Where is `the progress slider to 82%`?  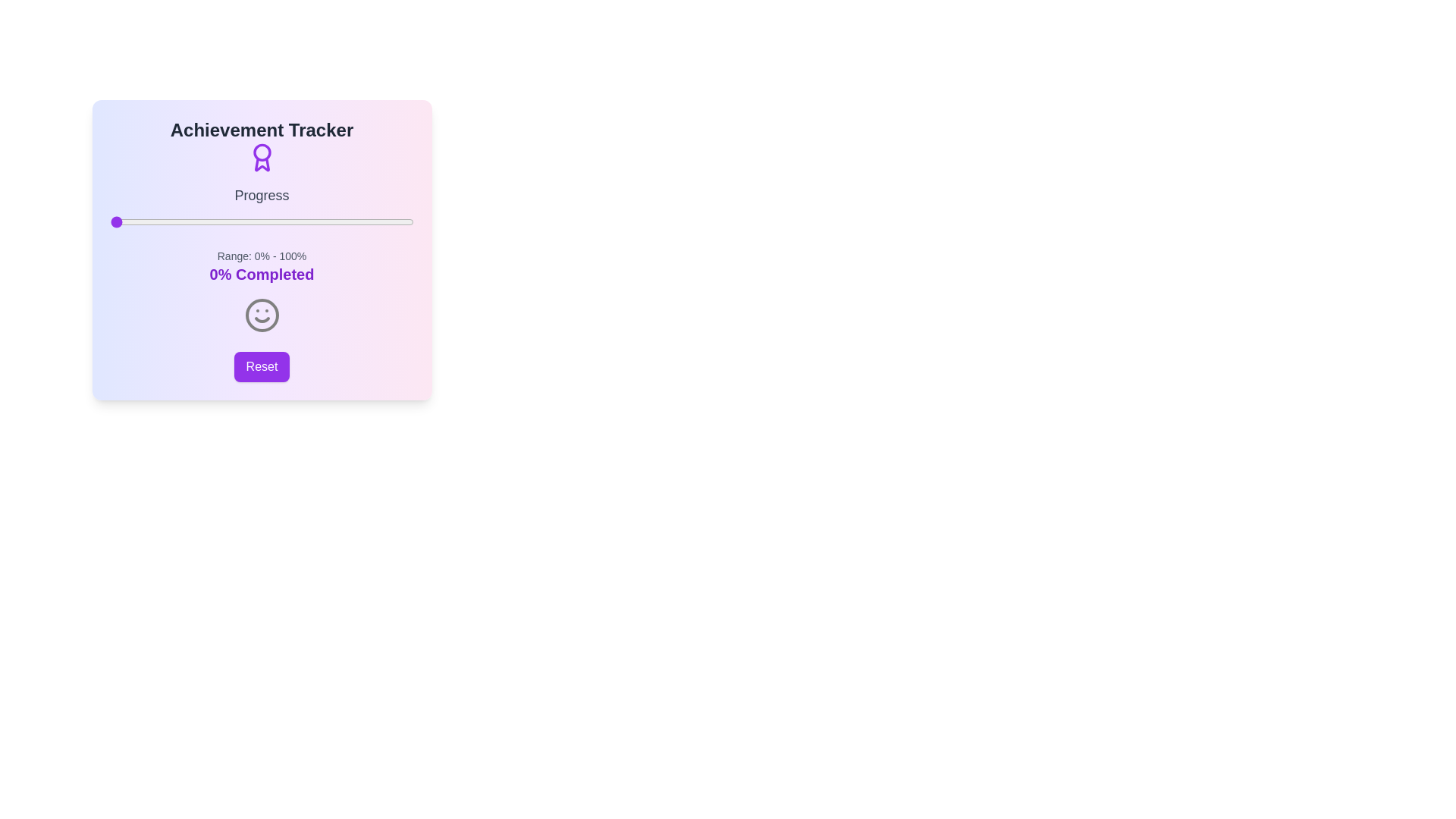 the progress slider to 82% is located at coordinates (358, 222).